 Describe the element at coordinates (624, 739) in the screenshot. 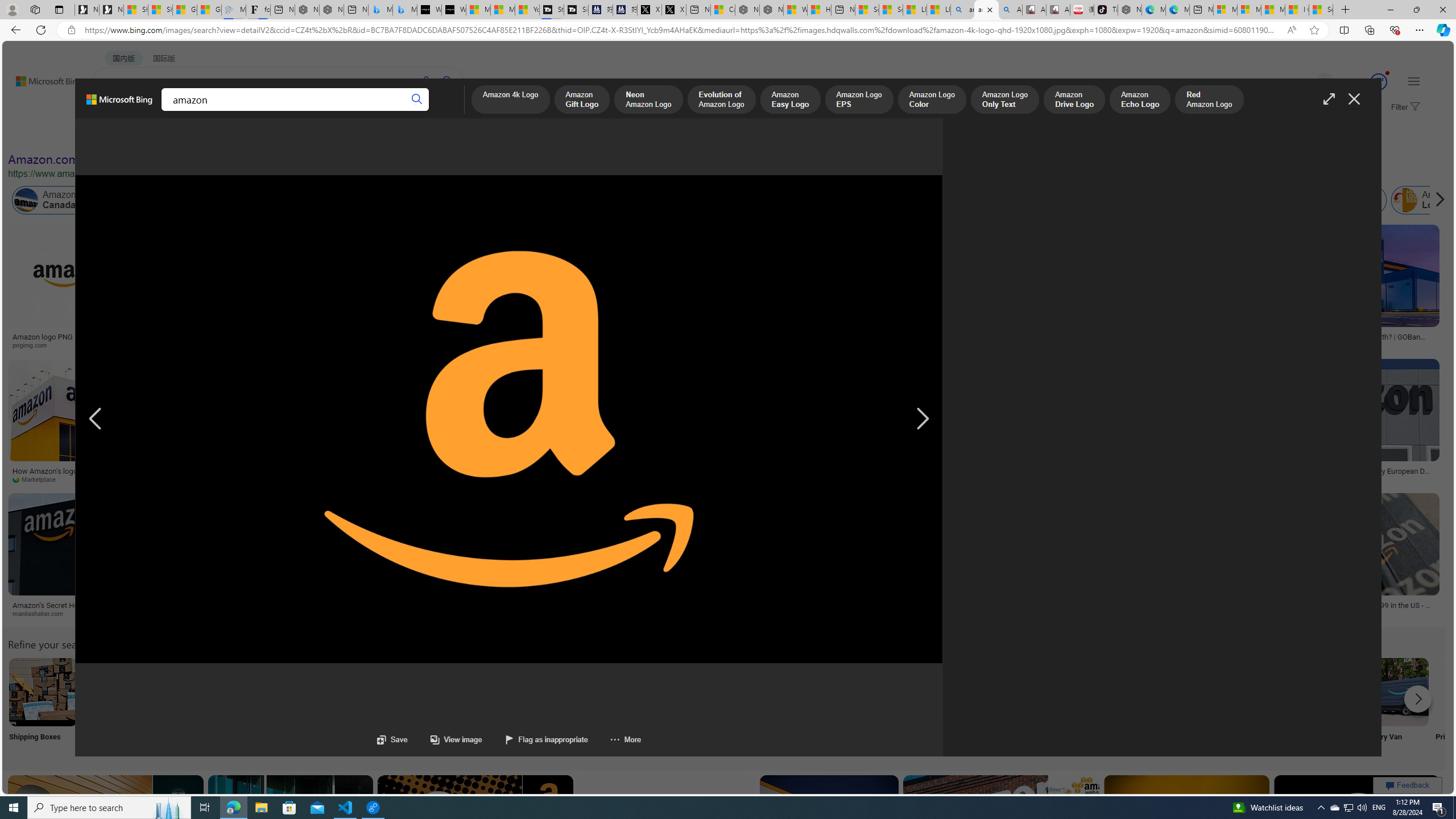

I see `'More'` at that location.